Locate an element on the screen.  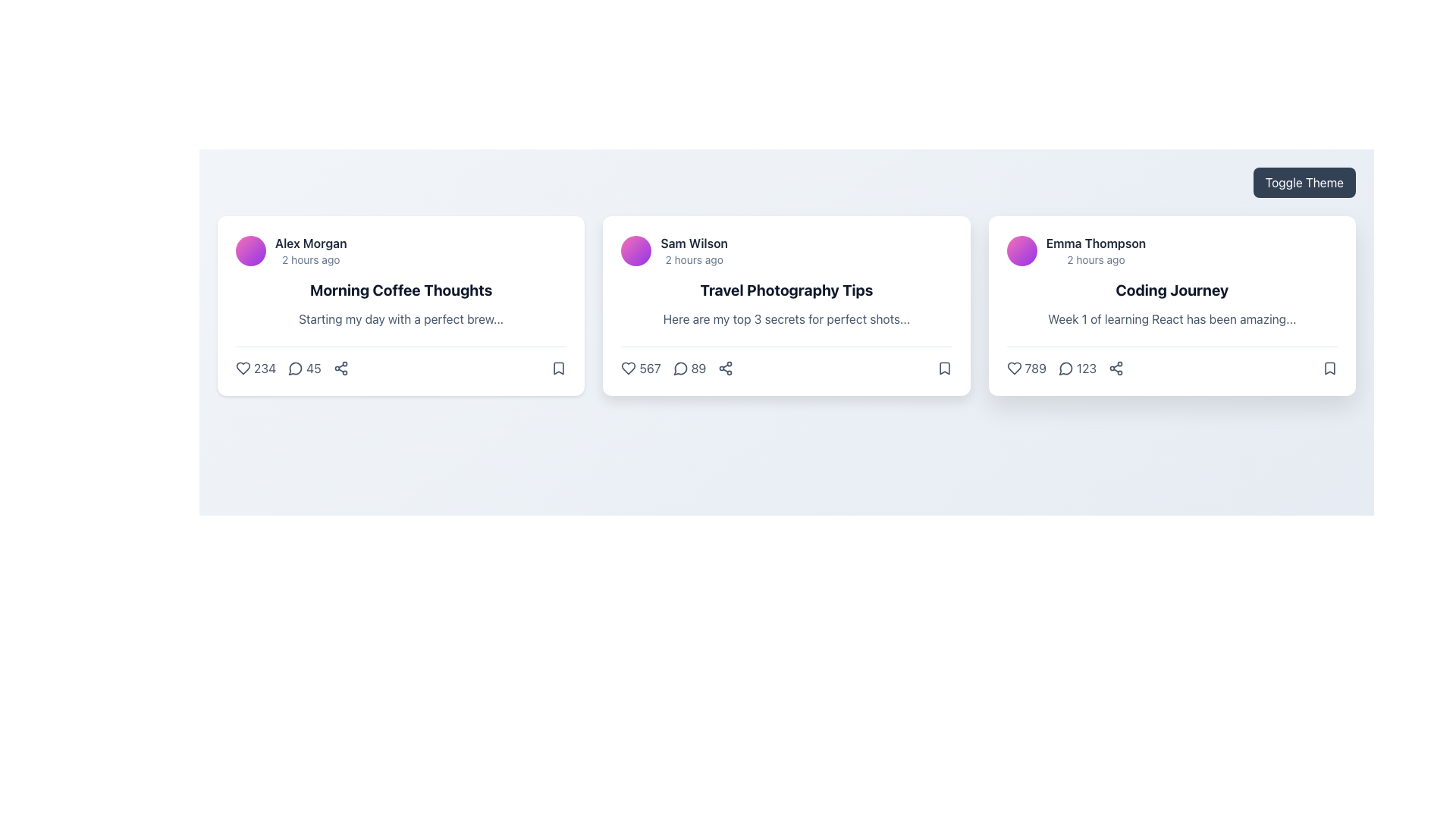
the 'Alex Morgan' text label, which is styled with a bold and larger font, located above the '2 hours ago' text in the top-left section of the first content card is located at coordinates (310, 242).